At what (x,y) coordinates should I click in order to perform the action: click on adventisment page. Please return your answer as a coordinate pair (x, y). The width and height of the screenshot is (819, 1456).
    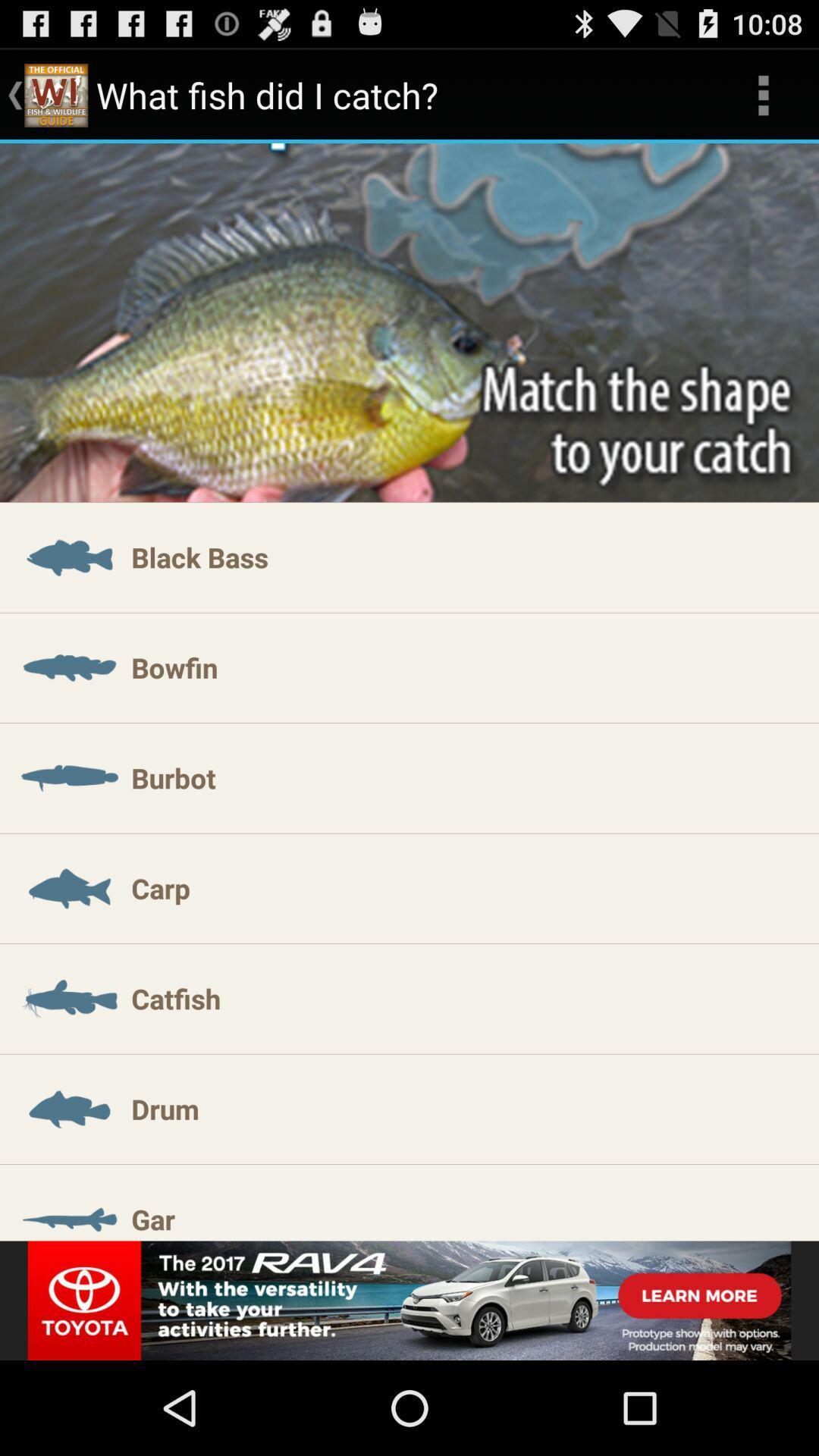
    Looking at the image, I should click on (409, 1300).